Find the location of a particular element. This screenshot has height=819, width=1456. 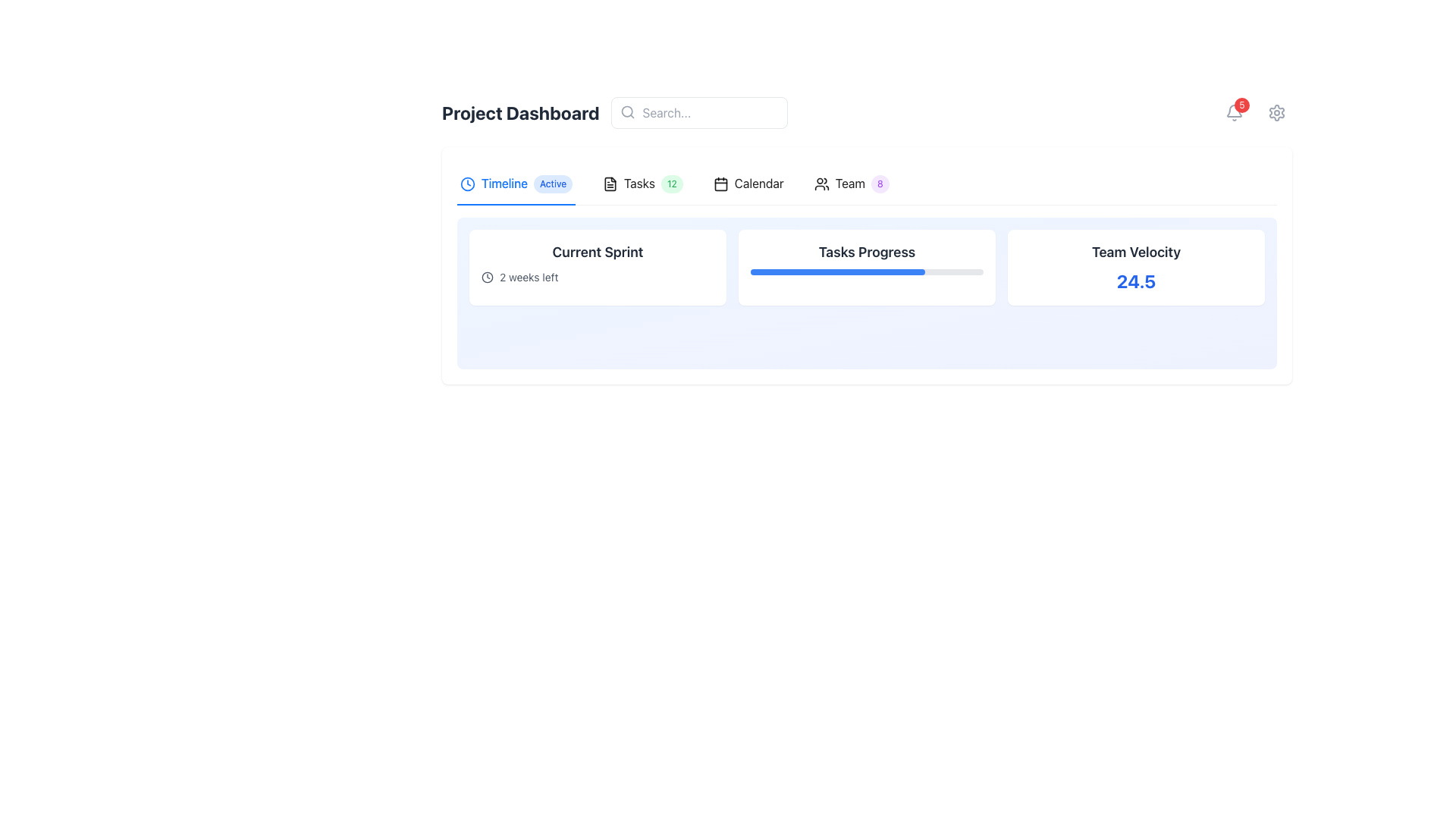

the 'Team' tab in the navigation bar is located at coordinates (852, 183).